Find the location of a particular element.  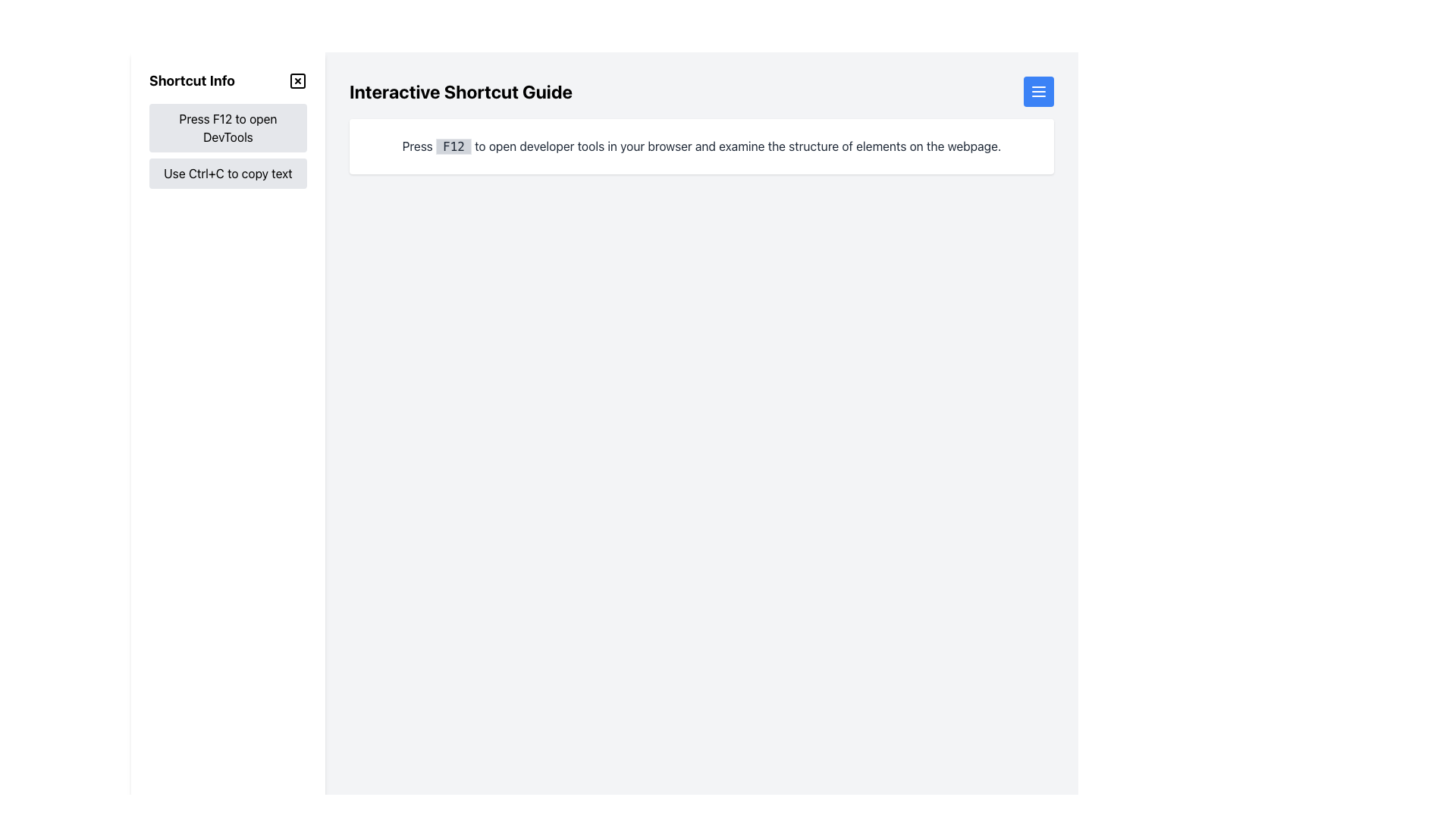

the Text Panel that contains the text 'Press F12 to open developer tools in your browser and examine the structure of elements on the webpage.' is located at coordinates (701, 146).